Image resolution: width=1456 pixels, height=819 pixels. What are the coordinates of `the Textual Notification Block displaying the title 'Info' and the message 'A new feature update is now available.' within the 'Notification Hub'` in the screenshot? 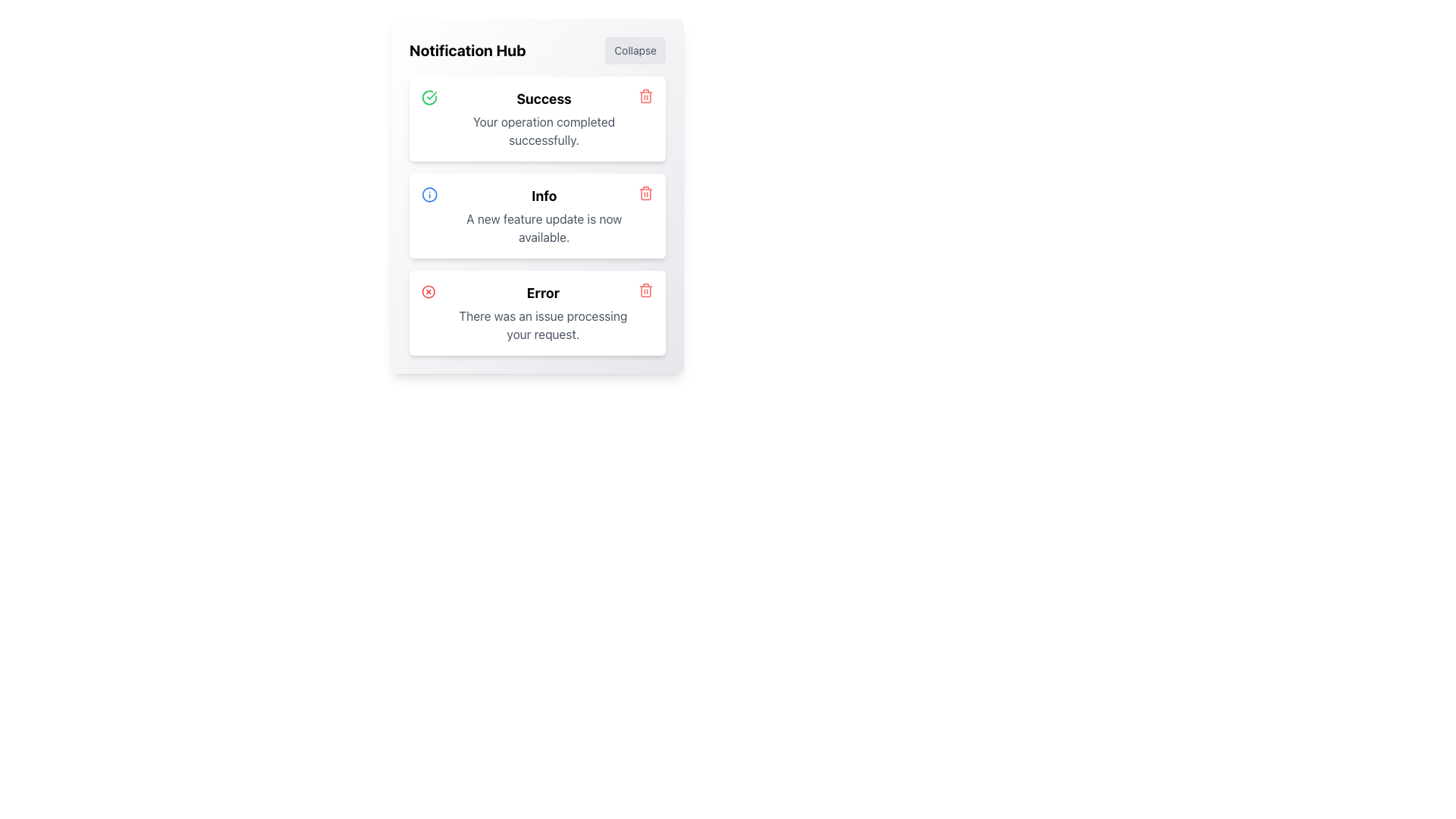 It's located at (544, 216).